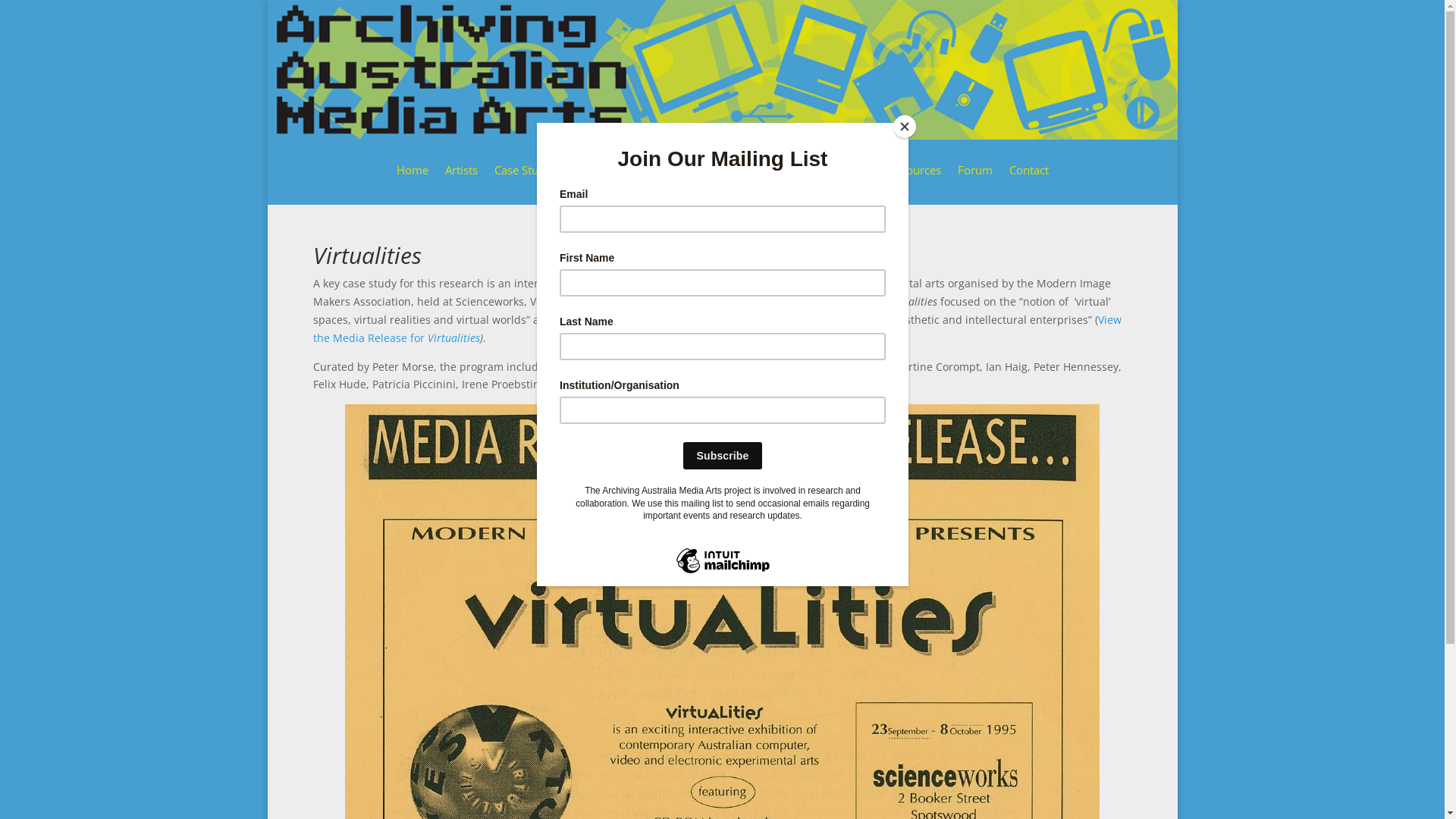  What do you see at coordinates (535, 180) in the screenshot?
I see `'Case Studies'` at bounding box center [535, 180].